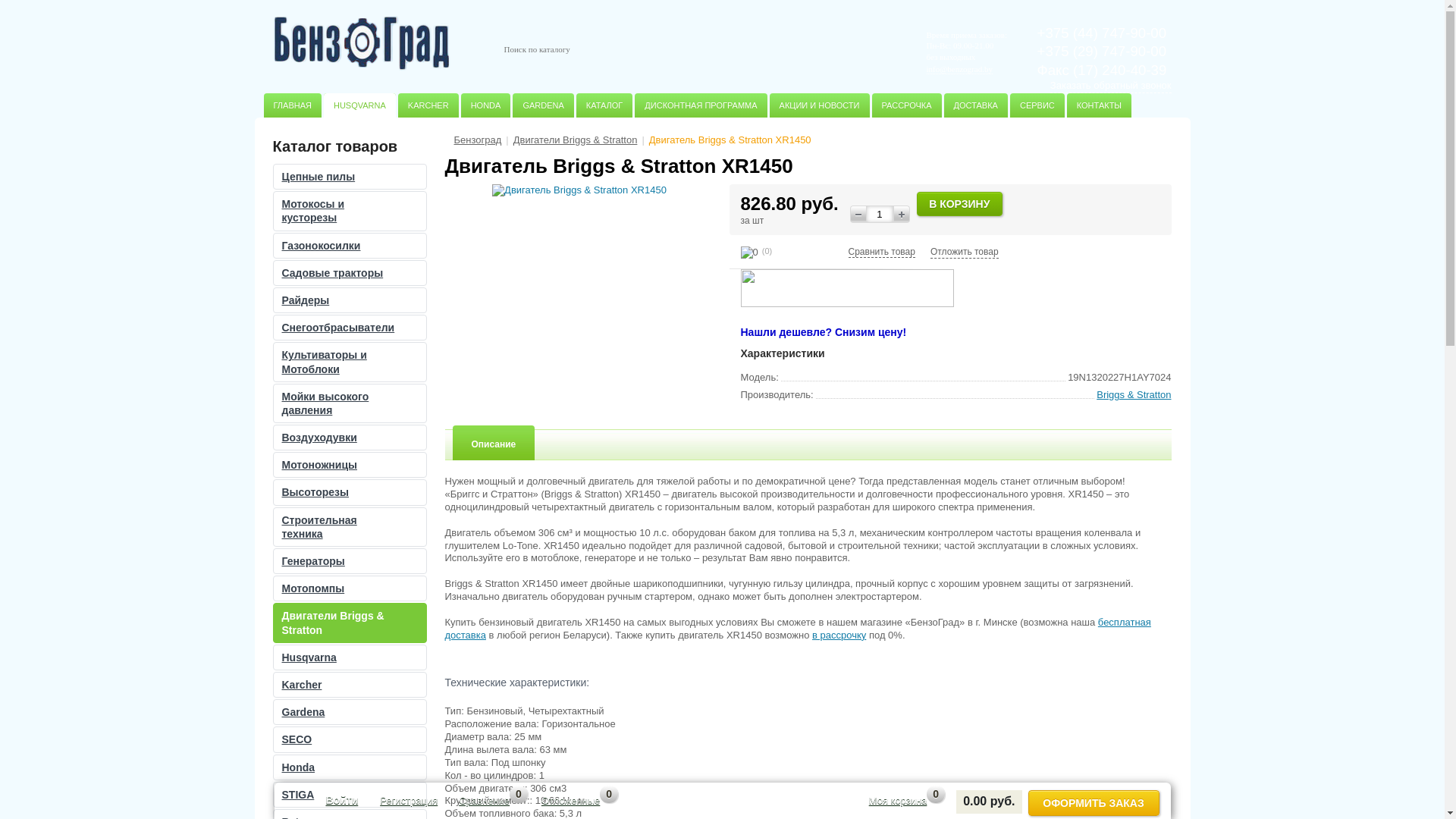 The height and width of the screenshot is (819, 1456). I want to click on 'STIGA', so click(273, 794).